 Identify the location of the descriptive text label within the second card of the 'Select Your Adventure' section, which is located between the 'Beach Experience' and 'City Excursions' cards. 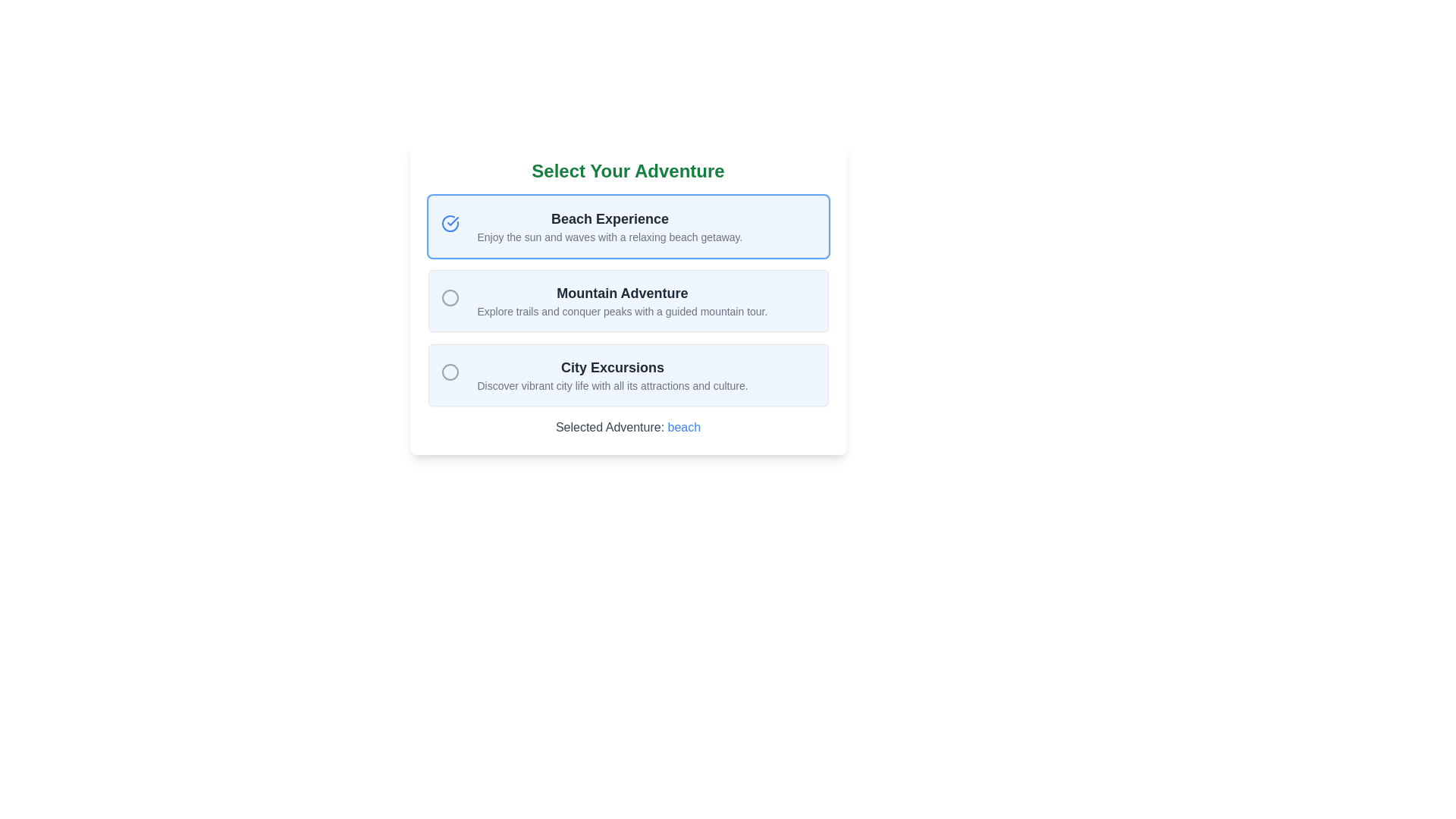
(622, 301).